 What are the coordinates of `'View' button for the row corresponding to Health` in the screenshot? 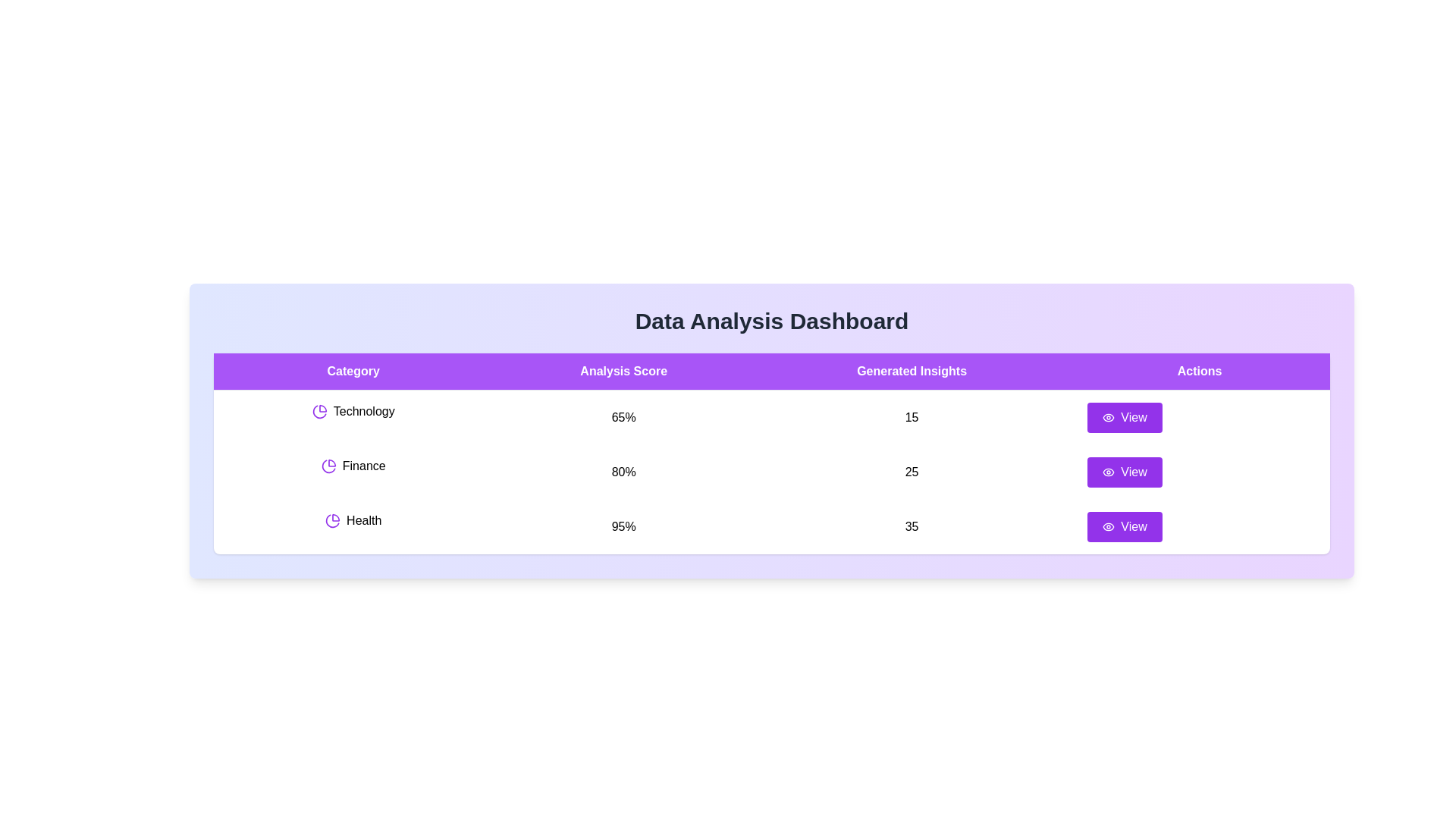 It's located at (1125, 526).